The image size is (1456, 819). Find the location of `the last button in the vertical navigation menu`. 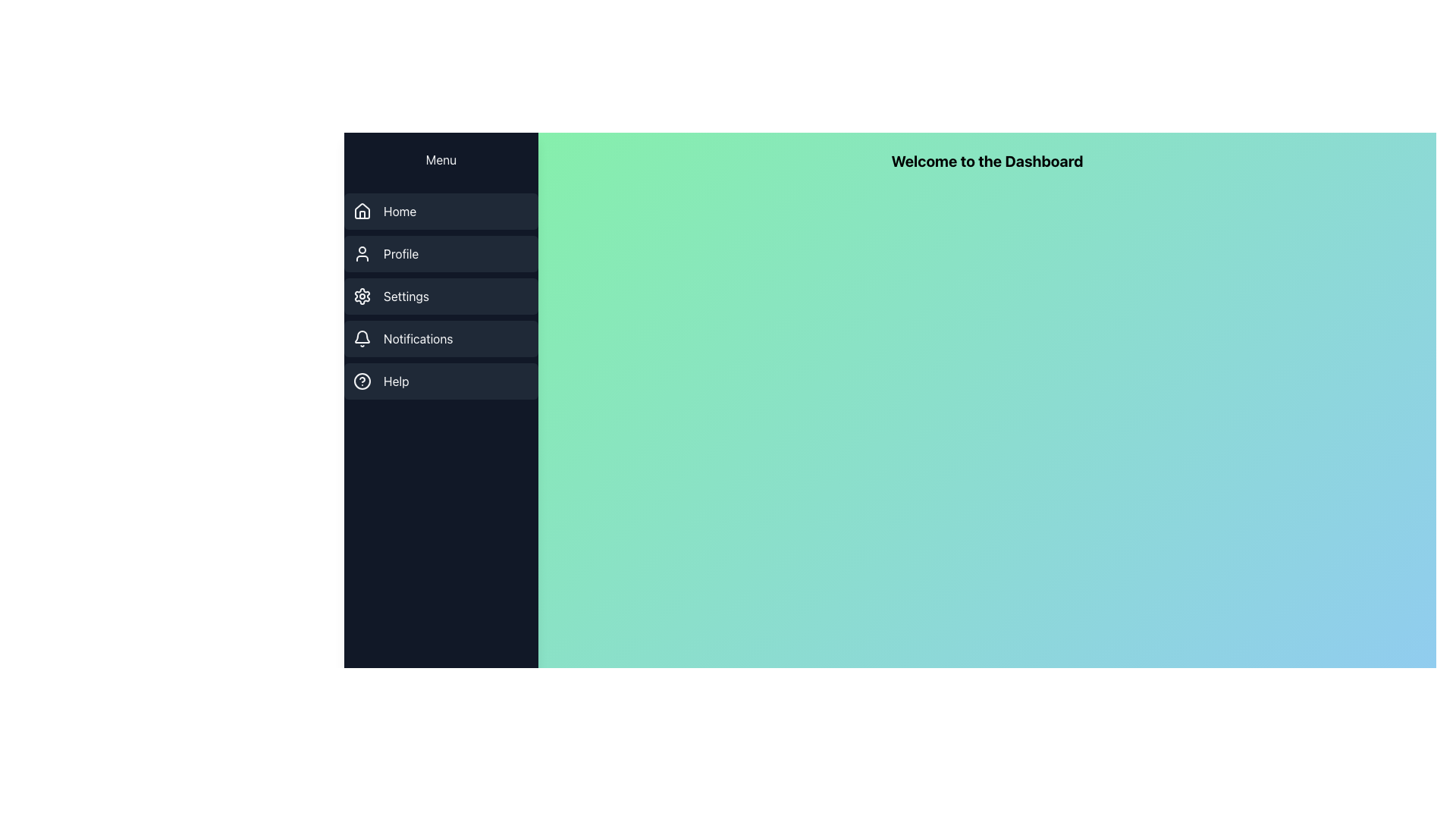

the last button in the vertical navigation menu is located at coordinates (440, 380).